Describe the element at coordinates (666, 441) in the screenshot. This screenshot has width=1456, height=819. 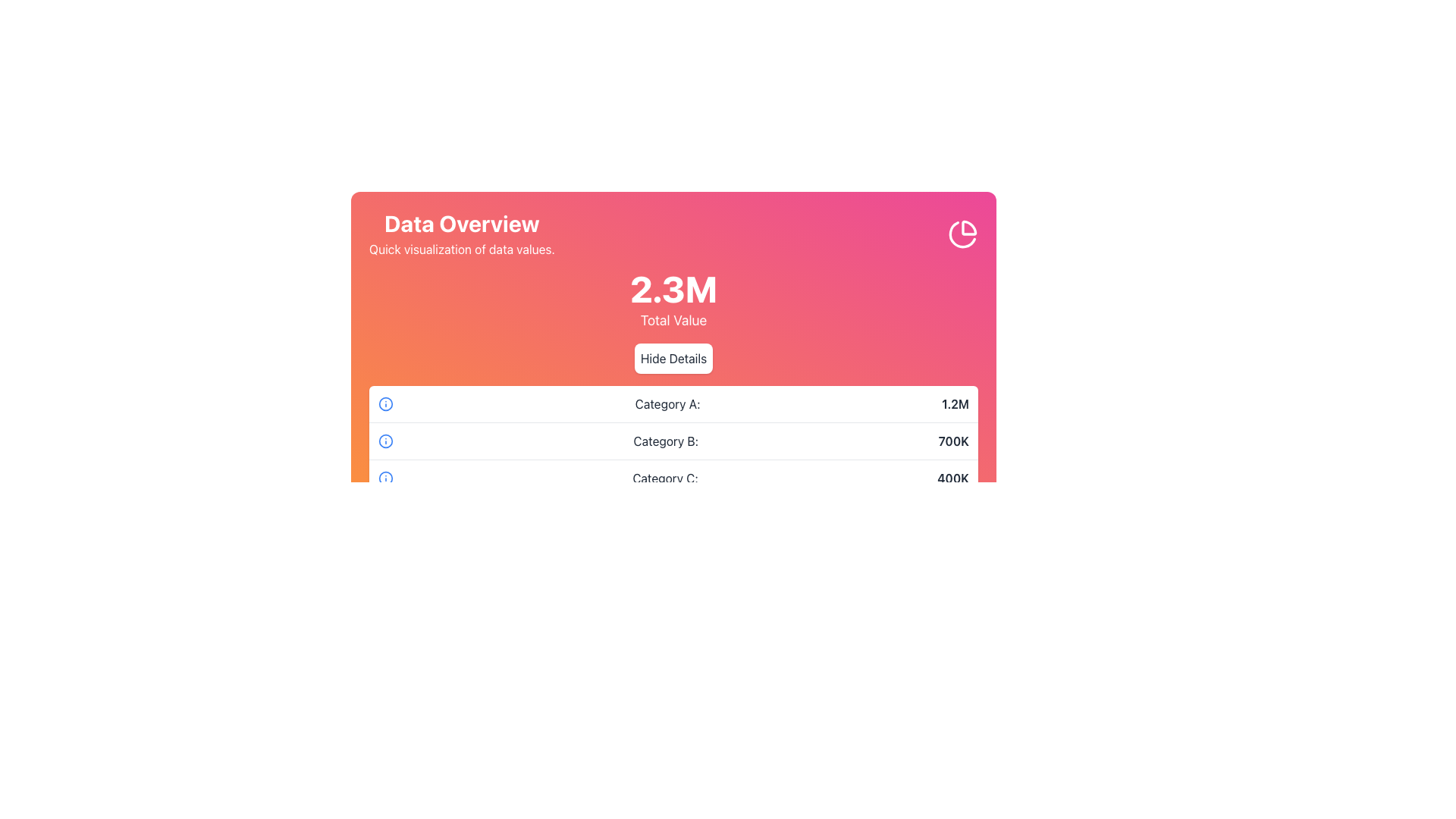
I see `the 'Category B' text label, which indicates a data category and is positioned centrally in the second row of a list of categories` at that location.